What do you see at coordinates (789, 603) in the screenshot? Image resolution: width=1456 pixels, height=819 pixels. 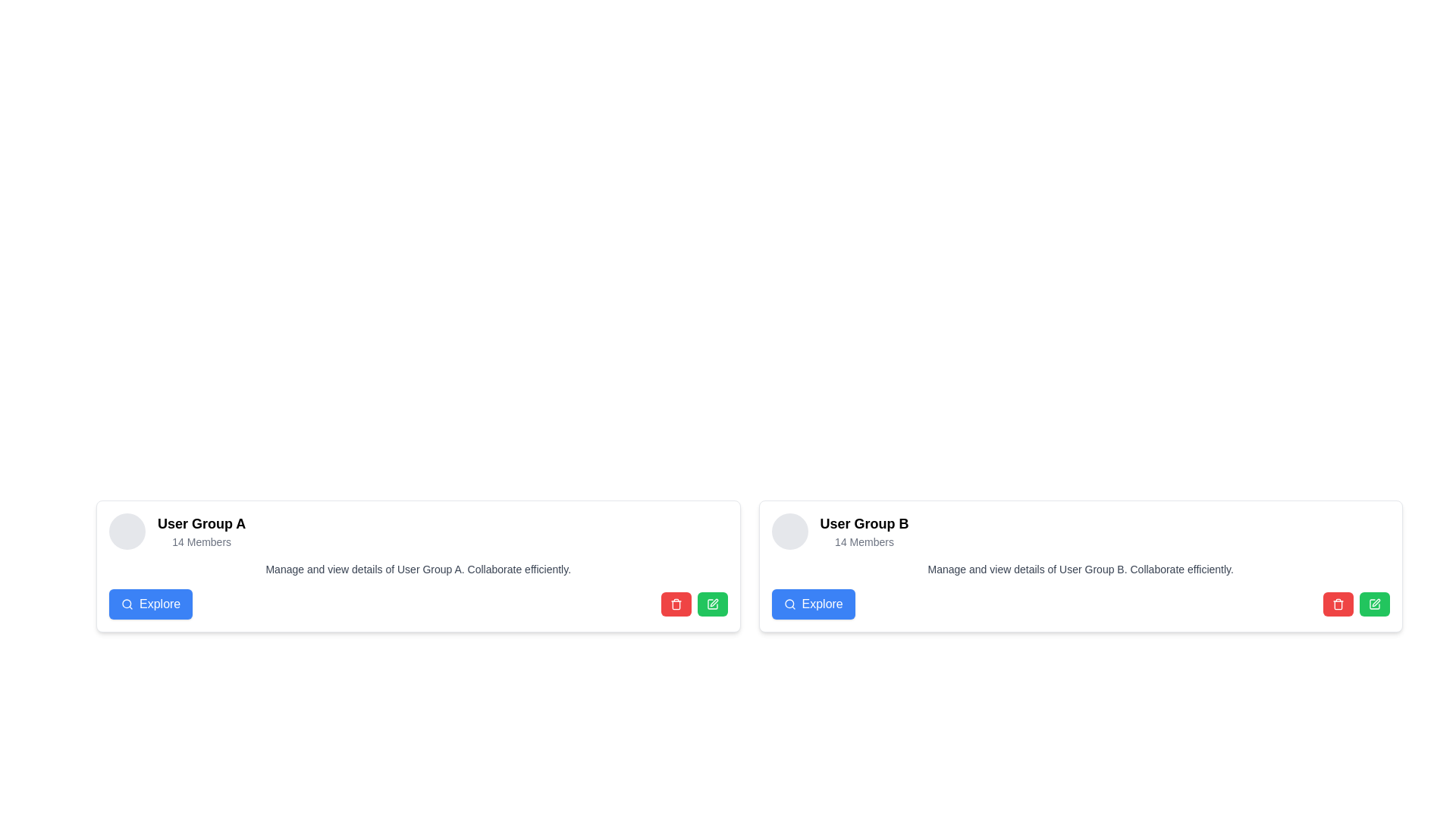 I see `the circular element at the center of the magnifying glass icon, which is part of the 'User Group B' card in the second column of the interface` at bounding box center [789, 603].